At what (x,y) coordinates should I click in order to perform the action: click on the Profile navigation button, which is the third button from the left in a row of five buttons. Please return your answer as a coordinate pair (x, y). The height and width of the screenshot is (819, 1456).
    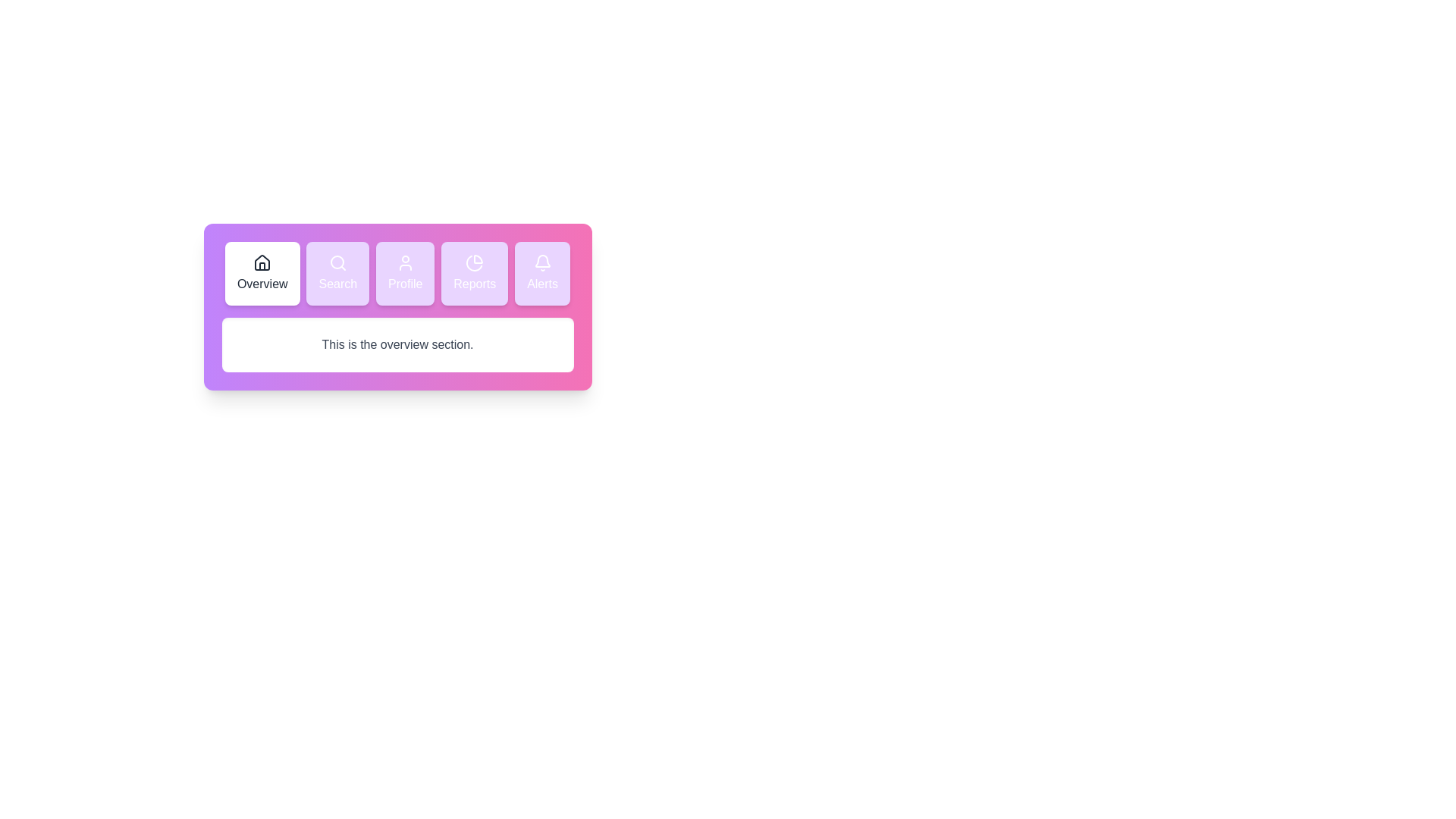
    Looking at the image, I should click on (405, 274).